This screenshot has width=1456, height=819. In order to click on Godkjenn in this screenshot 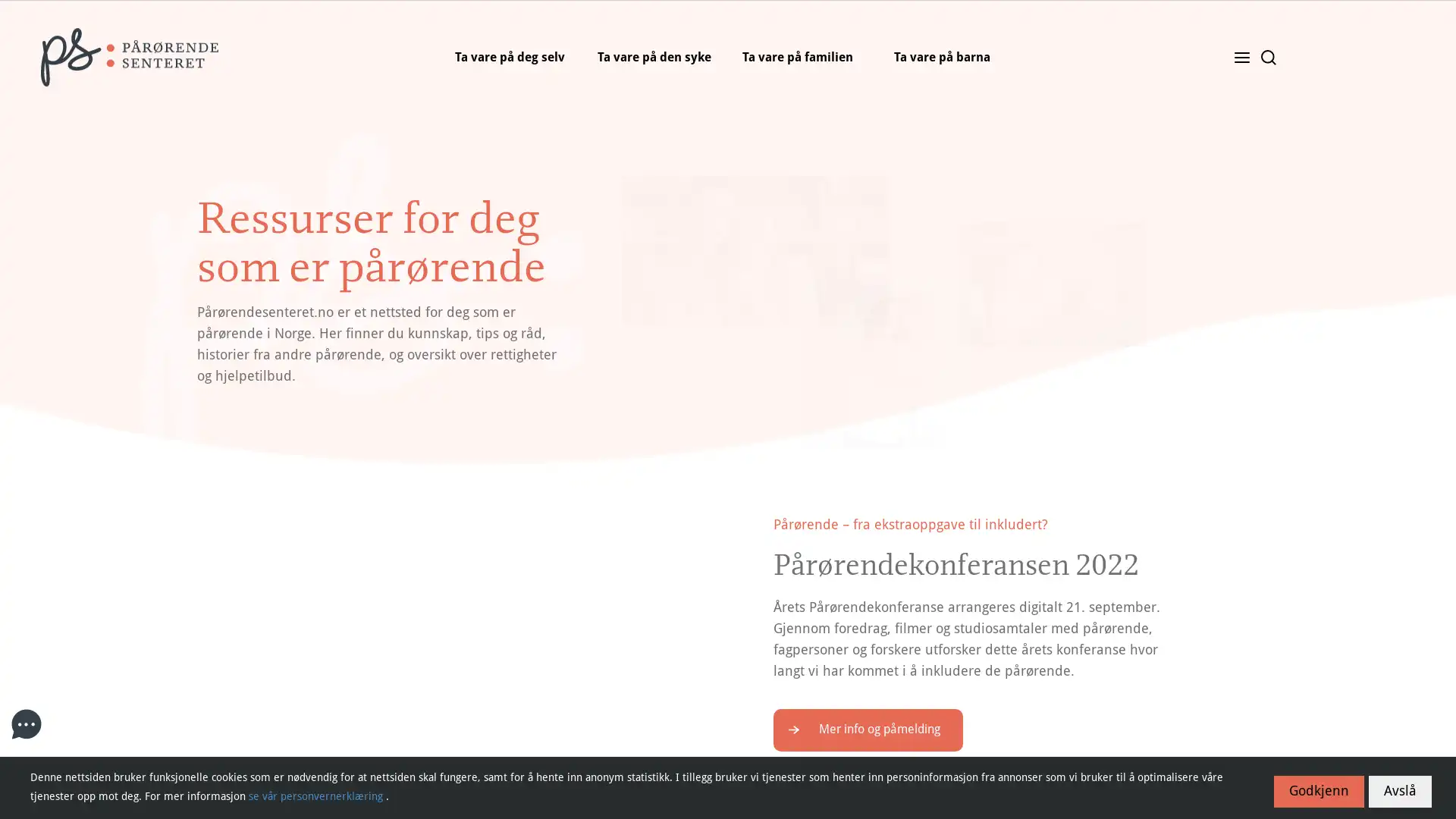, I will do `click(1317, 791)`.